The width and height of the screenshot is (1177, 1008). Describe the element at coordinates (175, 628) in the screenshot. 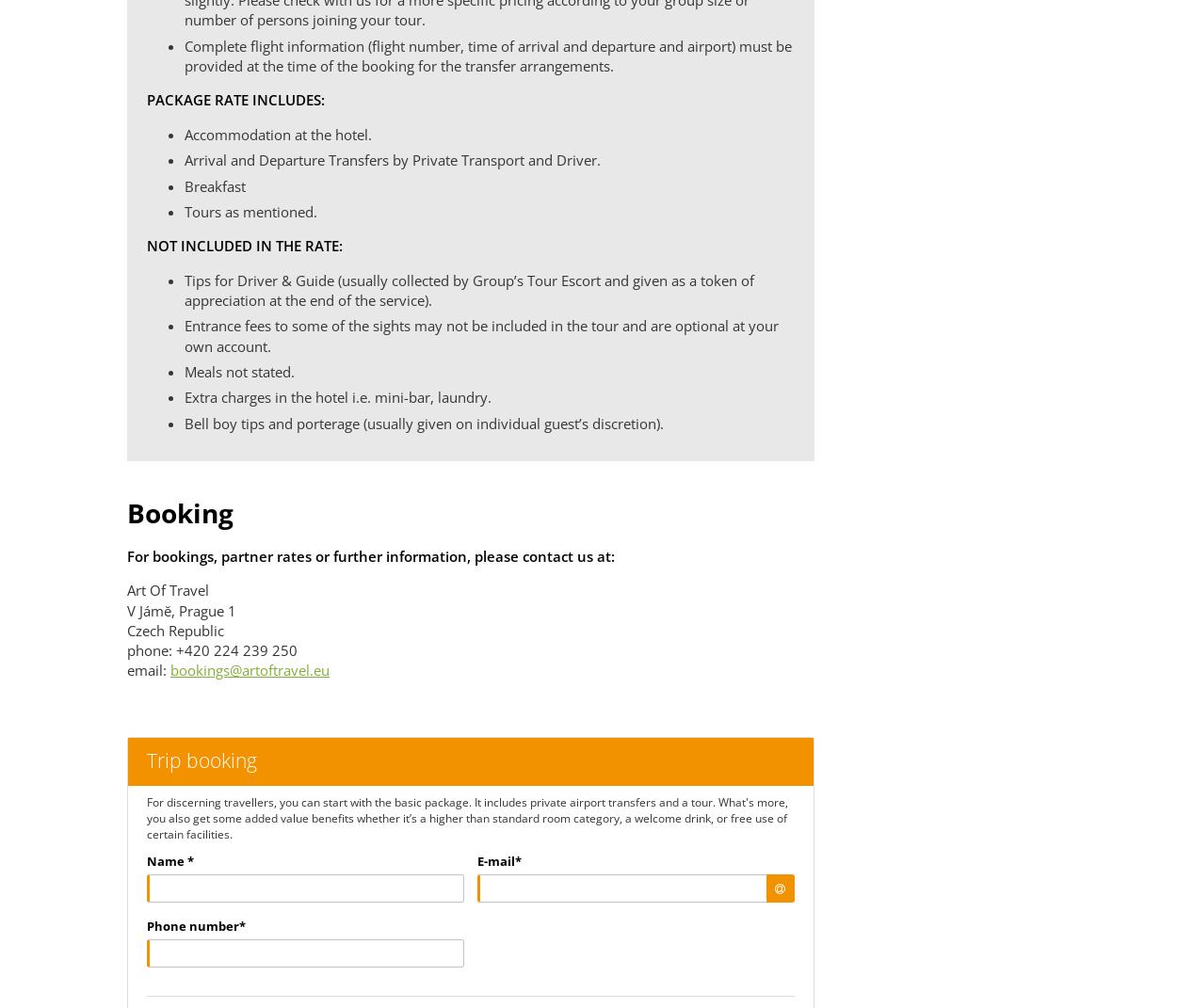

I see `'Czech Republic'` at that location.